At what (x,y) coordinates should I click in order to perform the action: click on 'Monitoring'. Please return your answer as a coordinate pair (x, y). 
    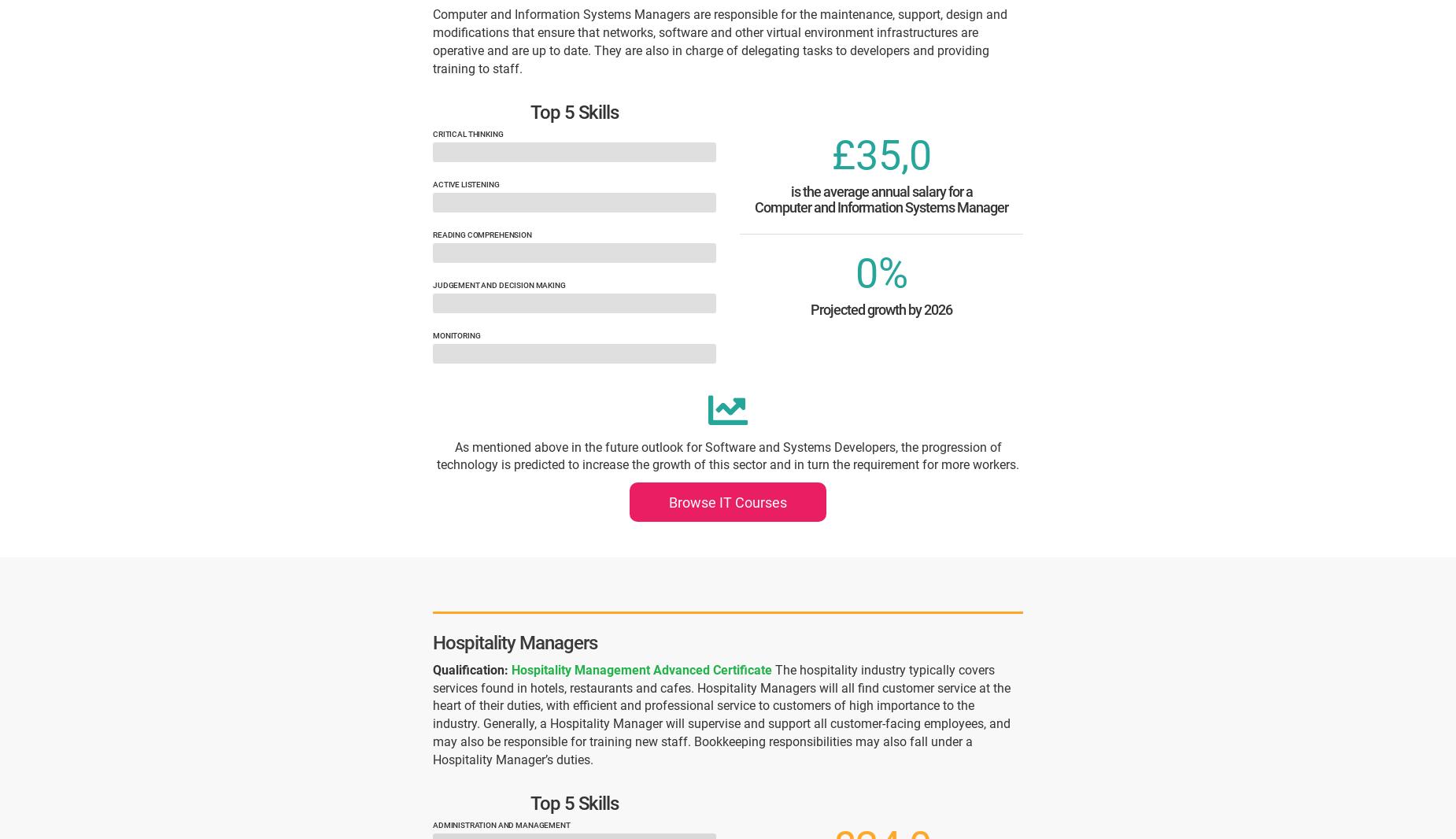
    Looking at the image, I should click on (456, 335).